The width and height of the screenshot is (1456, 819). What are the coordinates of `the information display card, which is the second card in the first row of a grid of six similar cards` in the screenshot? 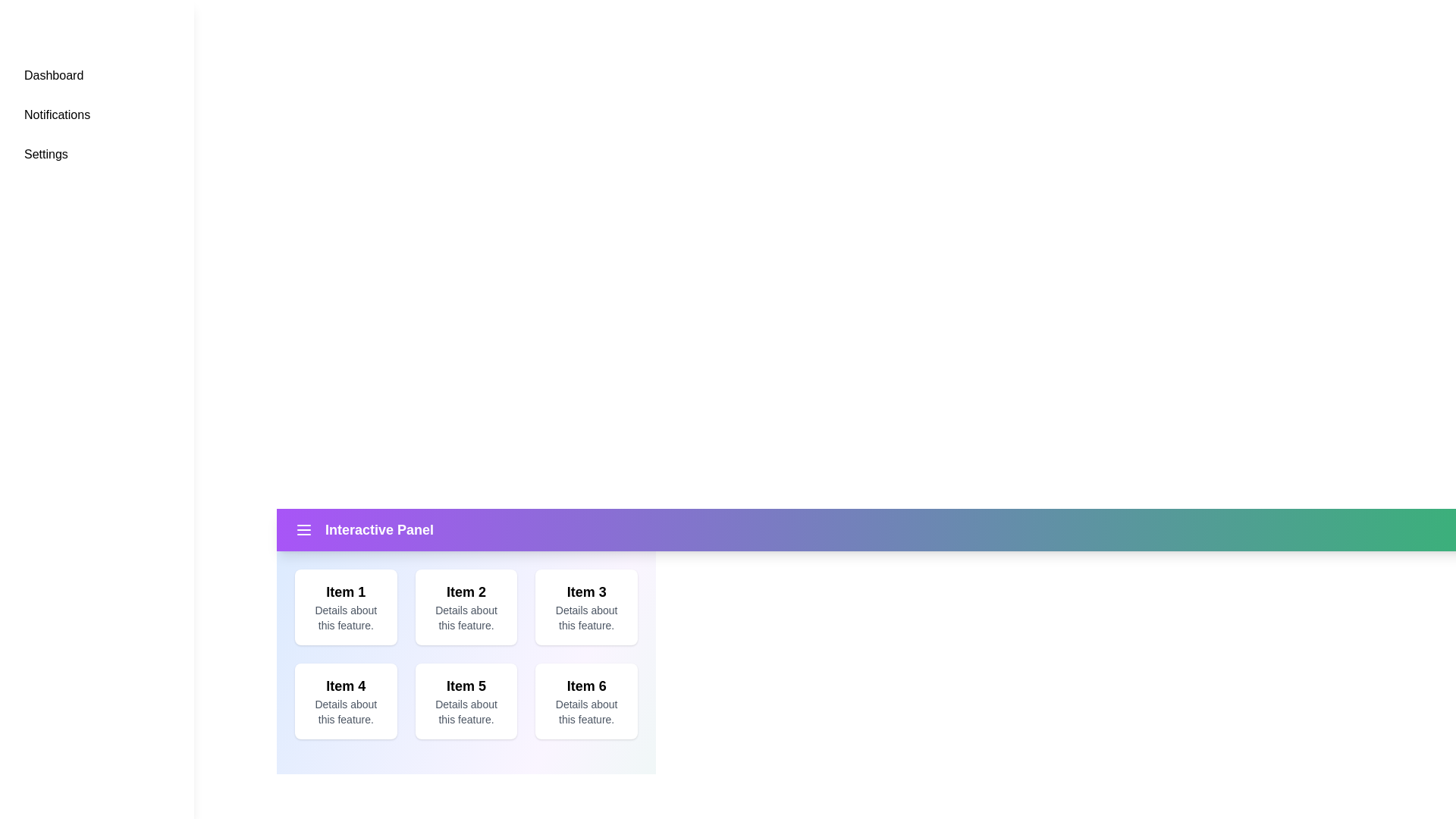 It's located at (465, 607).